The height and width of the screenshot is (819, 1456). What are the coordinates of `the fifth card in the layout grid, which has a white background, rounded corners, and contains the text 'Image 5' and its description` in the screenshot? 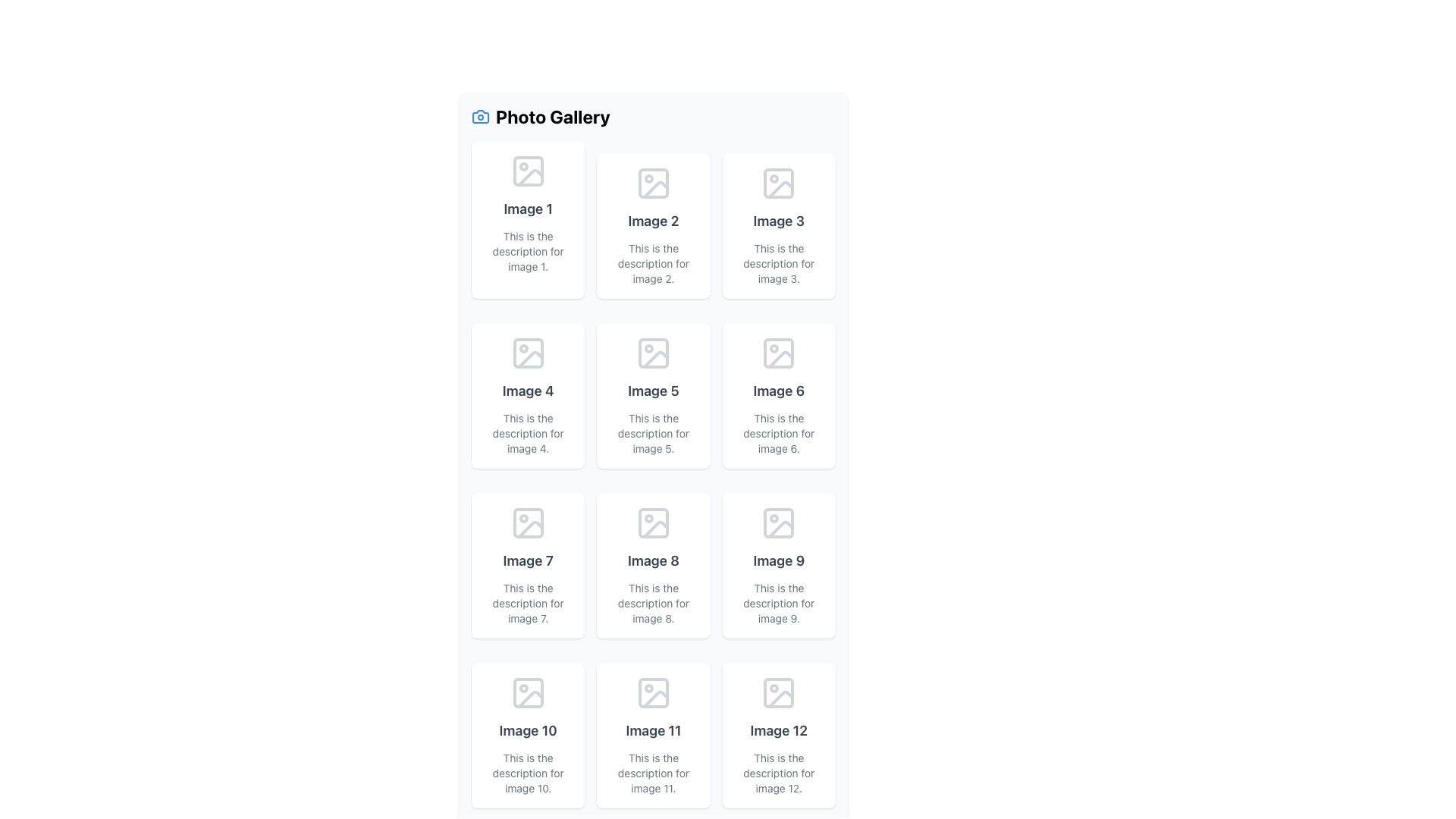 It's located at (654, 394).